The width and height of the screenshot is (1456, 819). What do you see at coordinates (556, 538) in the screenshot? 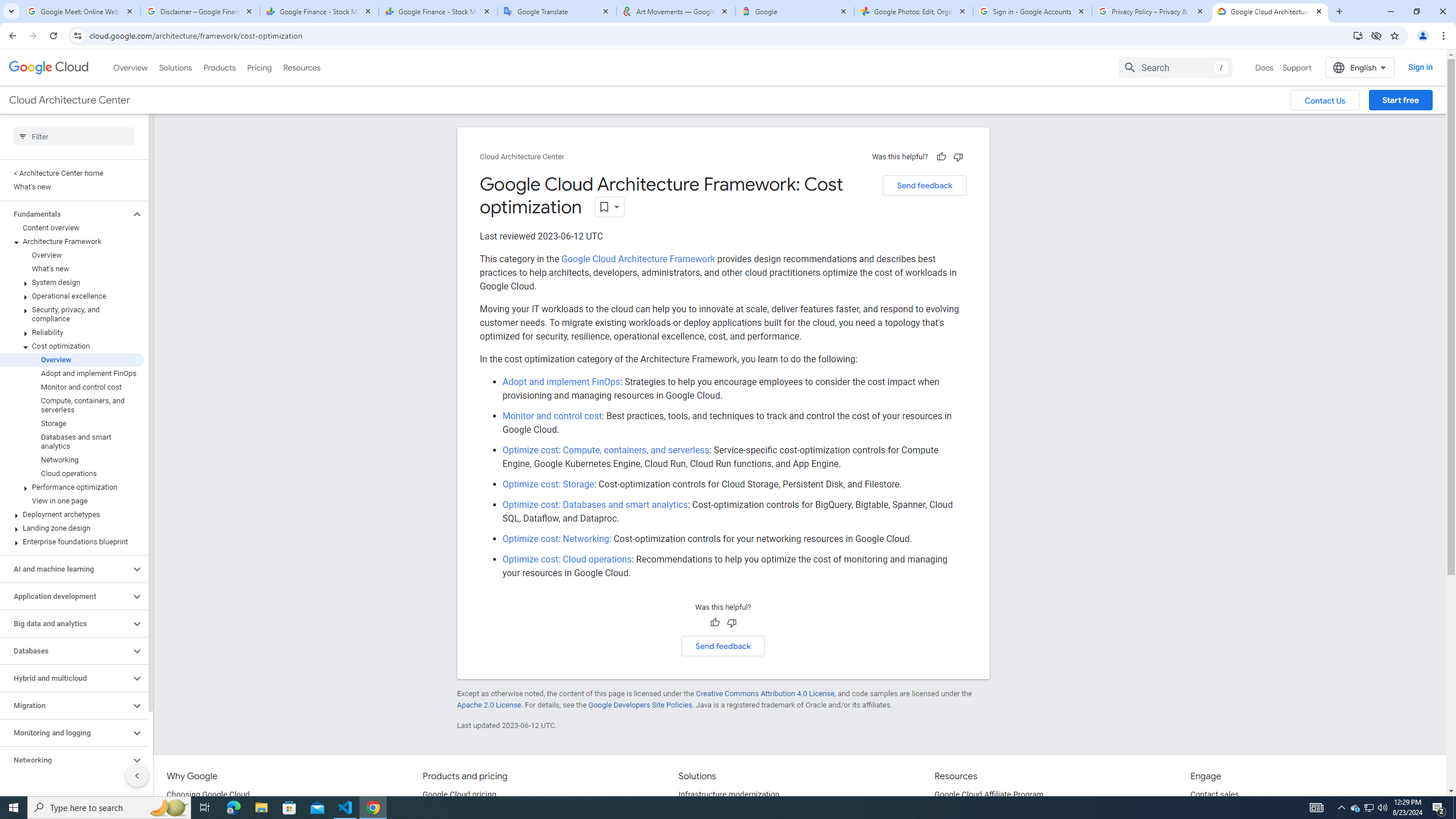
I see `'Optimize cost: Networking'` at bounding box center [556, 538].